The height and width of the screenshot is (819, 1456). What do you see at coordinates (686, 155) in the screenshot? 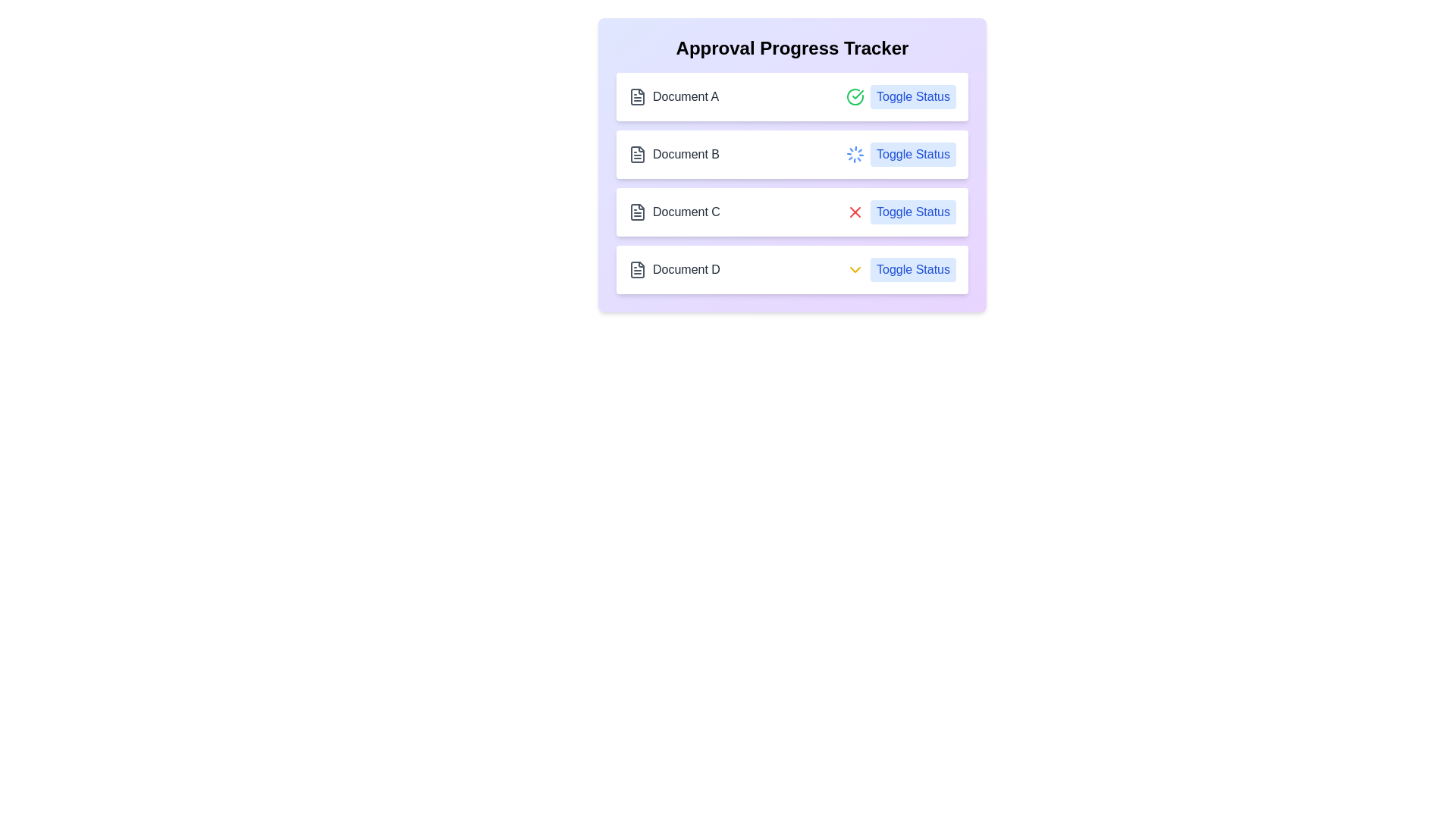
I see `the second text label, 'Document B', in the 'Approval Progress Tracker' list` at bounding box center [686, 155].